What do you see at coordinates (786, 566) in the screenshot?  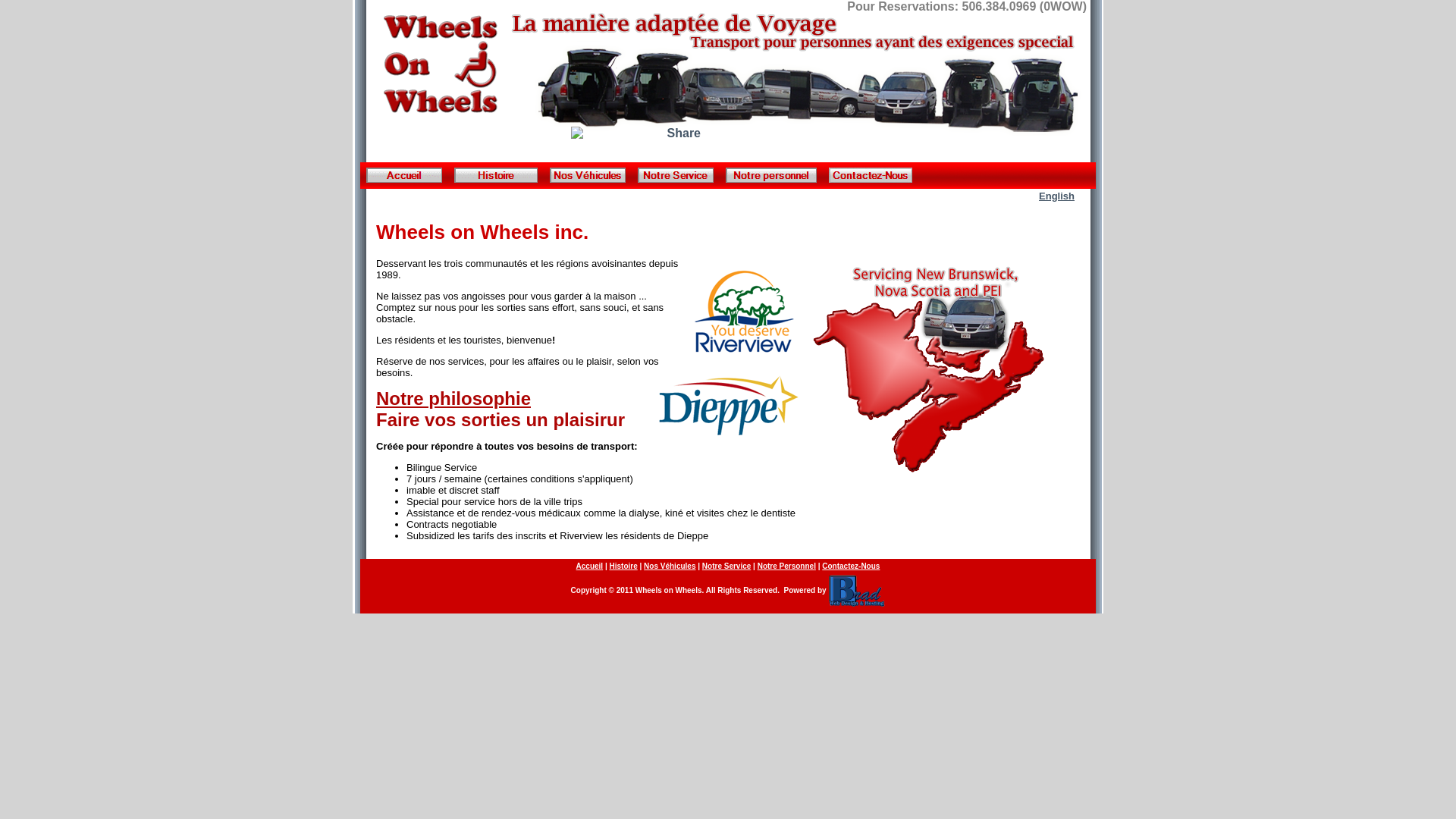 I see `'Notre Personnel'` at bounding box center [786, 566].